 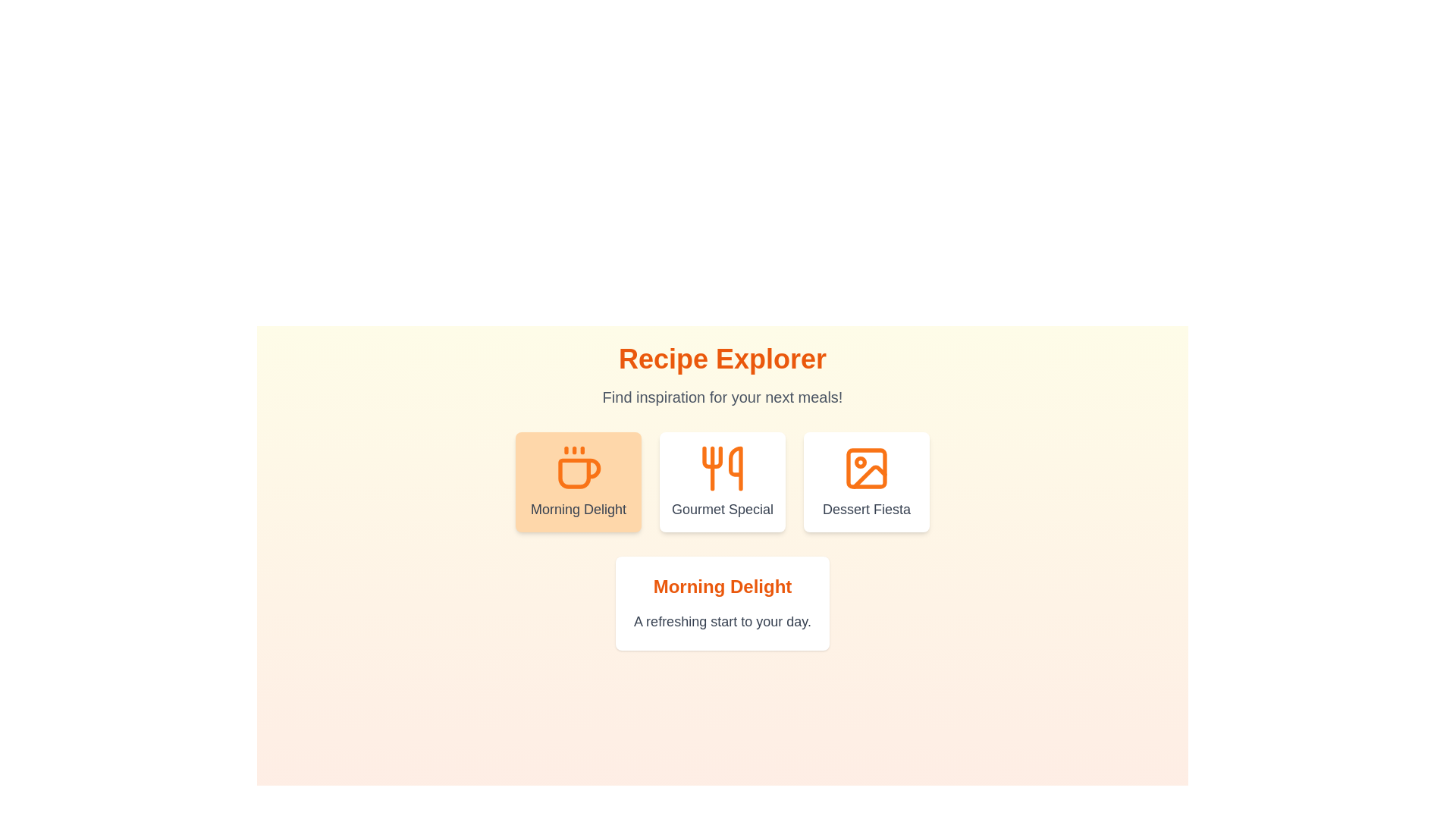 What do you see at coordinates (736, 467) in the screenshot?
I see `the third icon in the 'Gourmet Special' selection, which is a curved red-orange vector graphic resembling a knife or utensil segment` at bounding box center [736, 467].